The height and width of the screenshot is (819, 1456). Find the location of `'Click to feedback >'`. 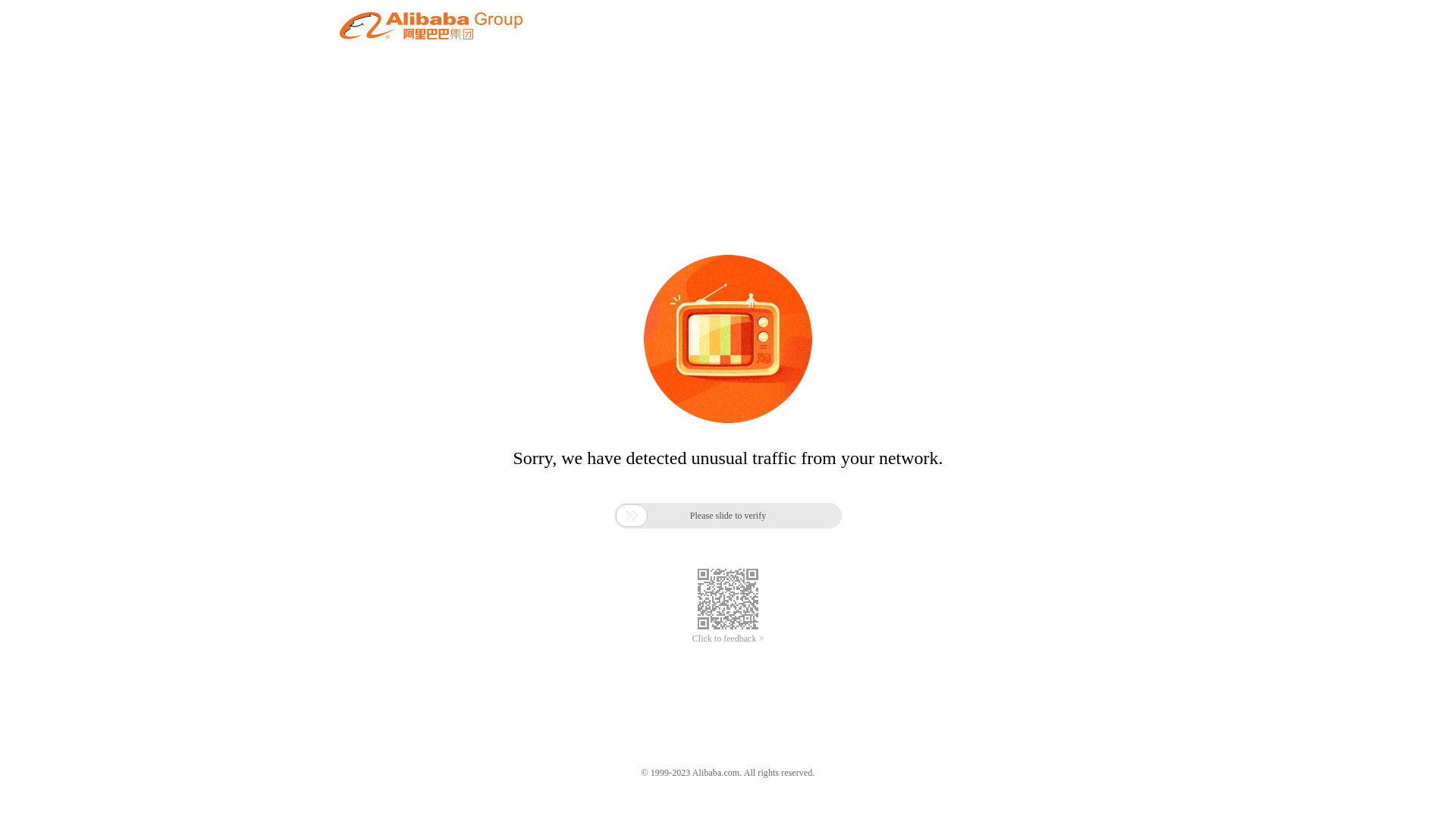

'Click to feedback >' is located at coordinates (728, 639).